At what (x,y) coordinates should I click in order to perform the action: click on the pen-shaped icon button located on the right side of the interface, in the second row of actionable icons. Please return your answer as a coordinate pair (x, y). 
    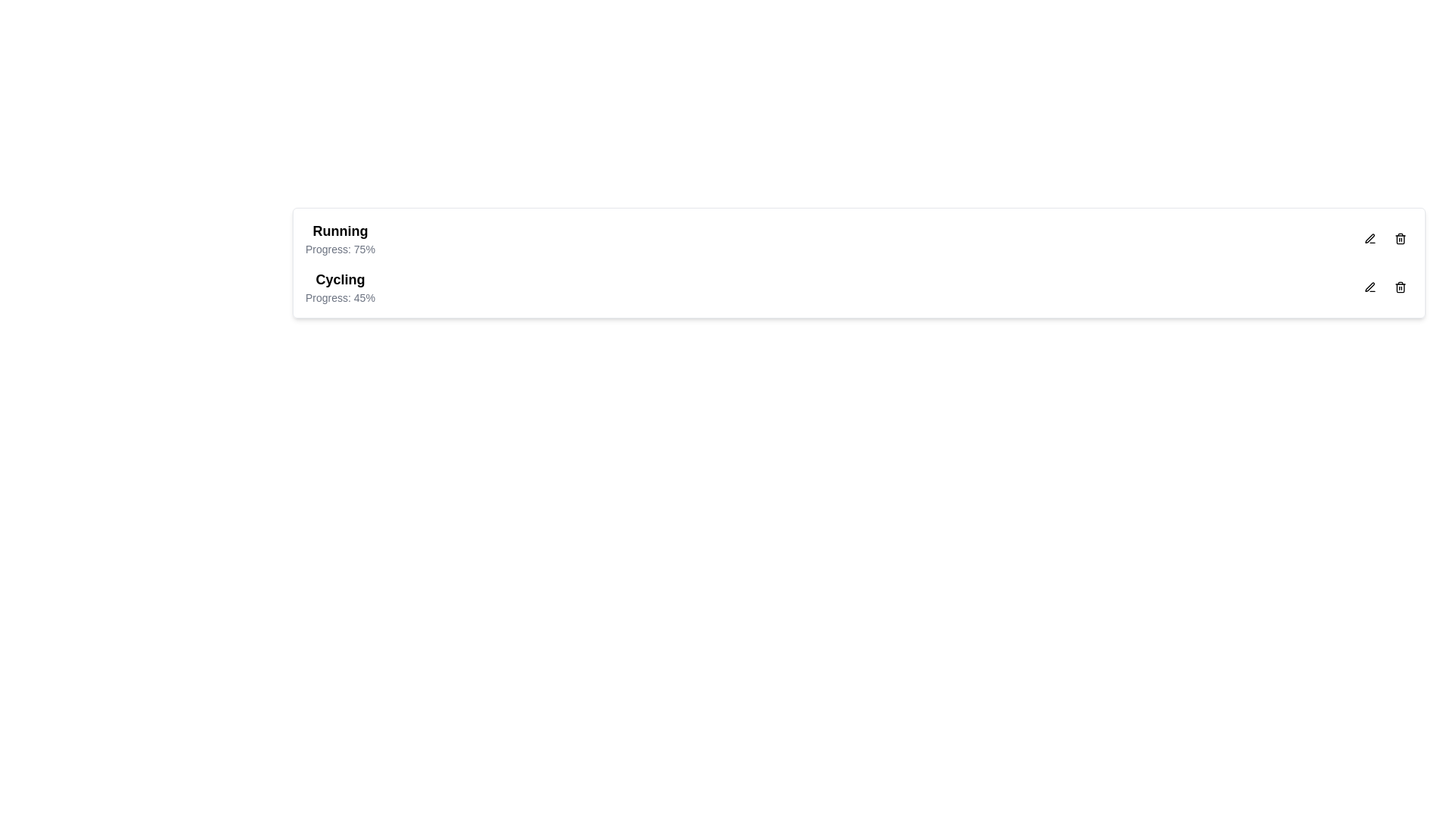
    Looking at the image, I should click on (1370, 239).